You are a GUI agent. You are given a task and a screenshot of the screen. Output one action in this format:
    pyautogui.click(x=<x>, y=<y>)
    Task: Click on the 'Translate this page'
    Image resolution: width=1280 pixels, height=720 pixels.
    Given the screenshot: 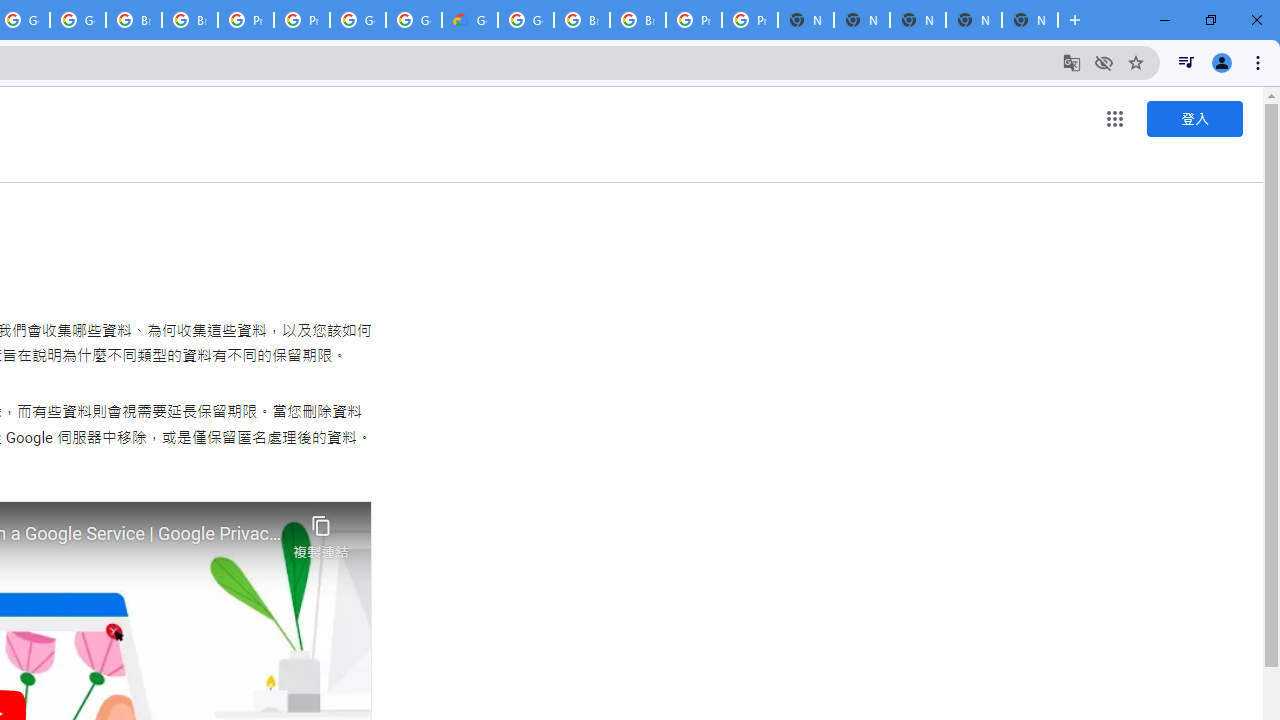 What is the action you would take?
    pyautogui.click(x=1071, y=61)
    